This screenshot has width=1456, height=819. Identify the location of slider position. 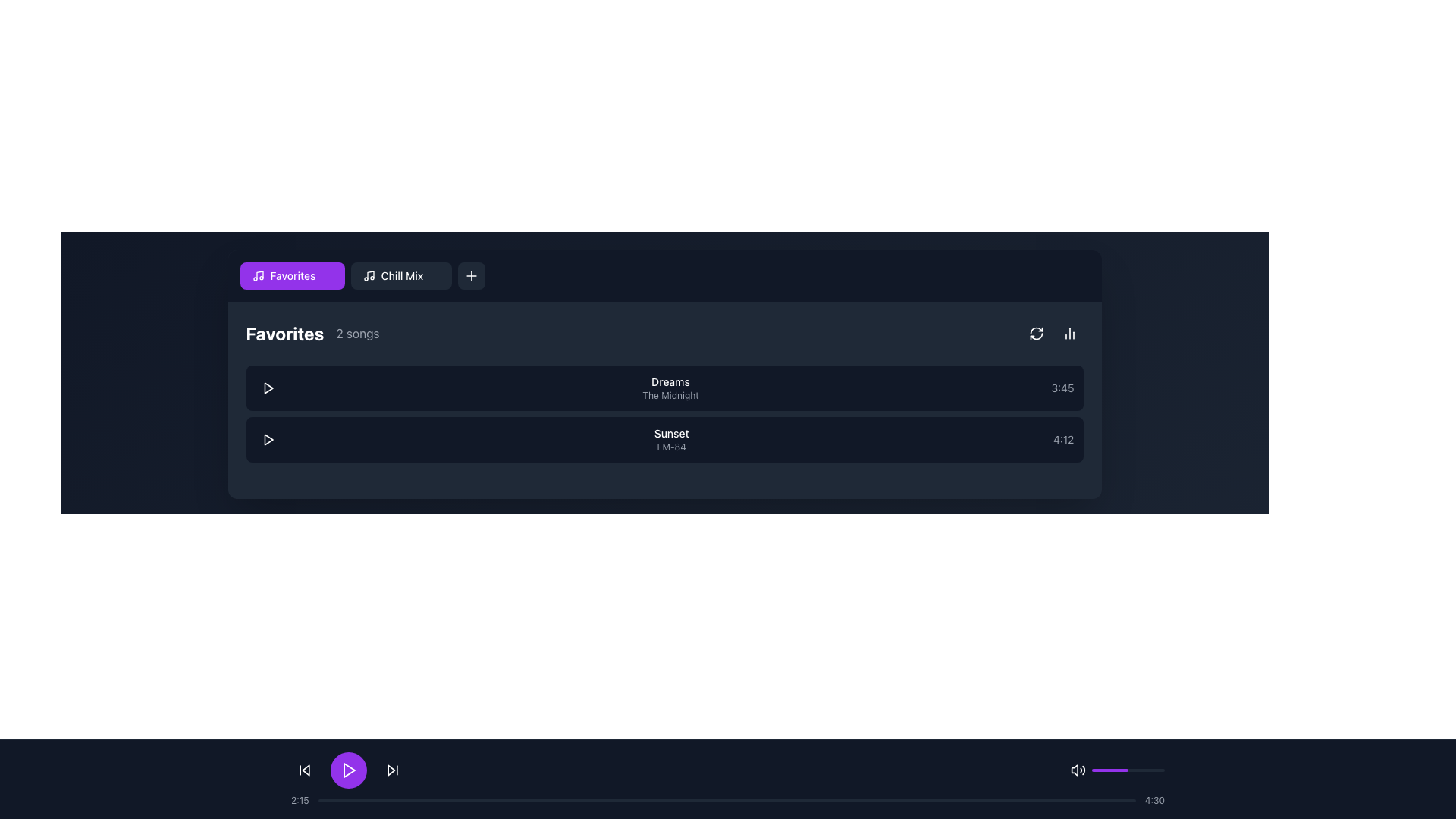
(1150, 770).